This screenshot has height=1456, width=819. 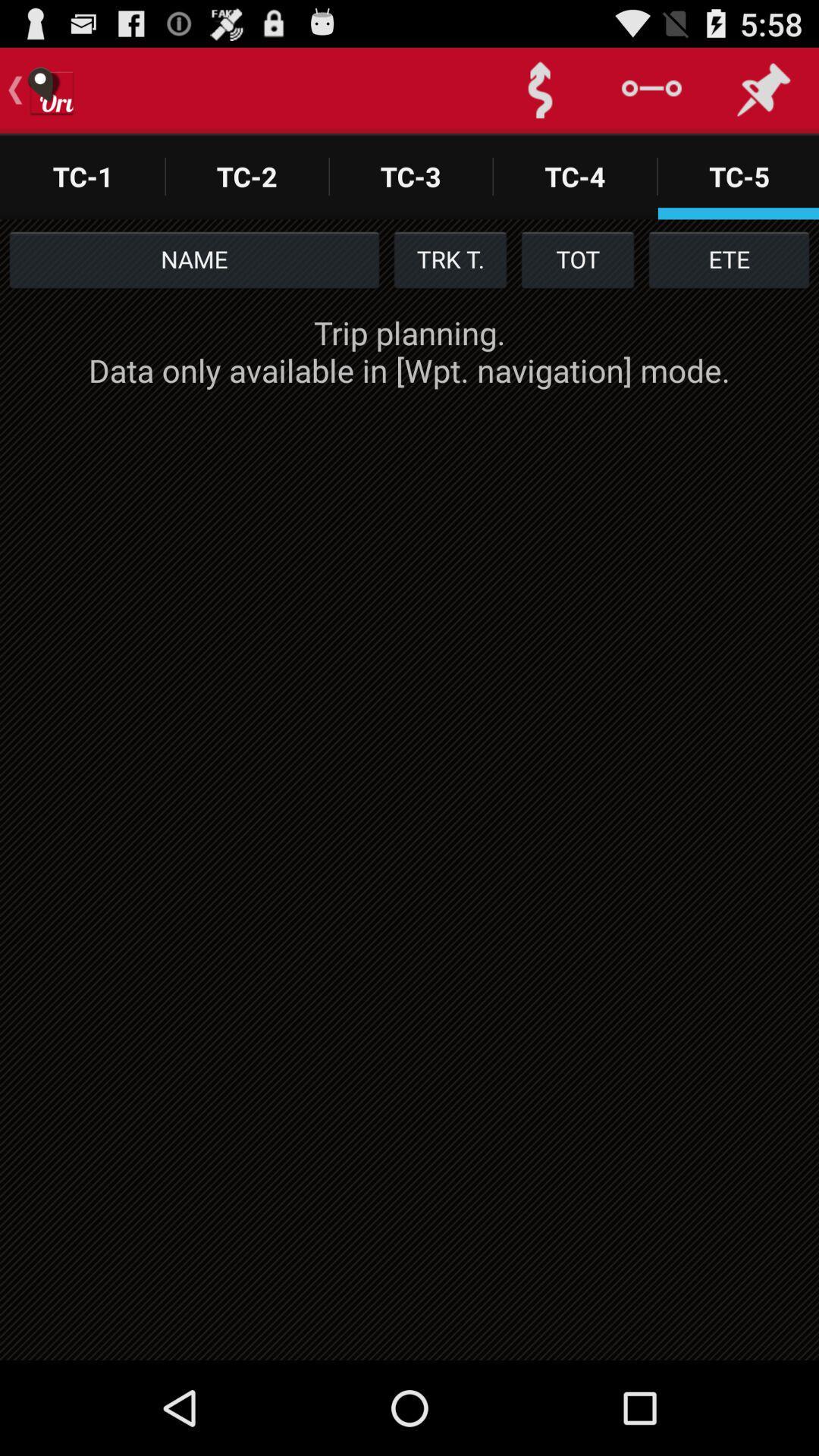 I want to click on icon to the right of trk t. icon, so click(x=578, y=259).